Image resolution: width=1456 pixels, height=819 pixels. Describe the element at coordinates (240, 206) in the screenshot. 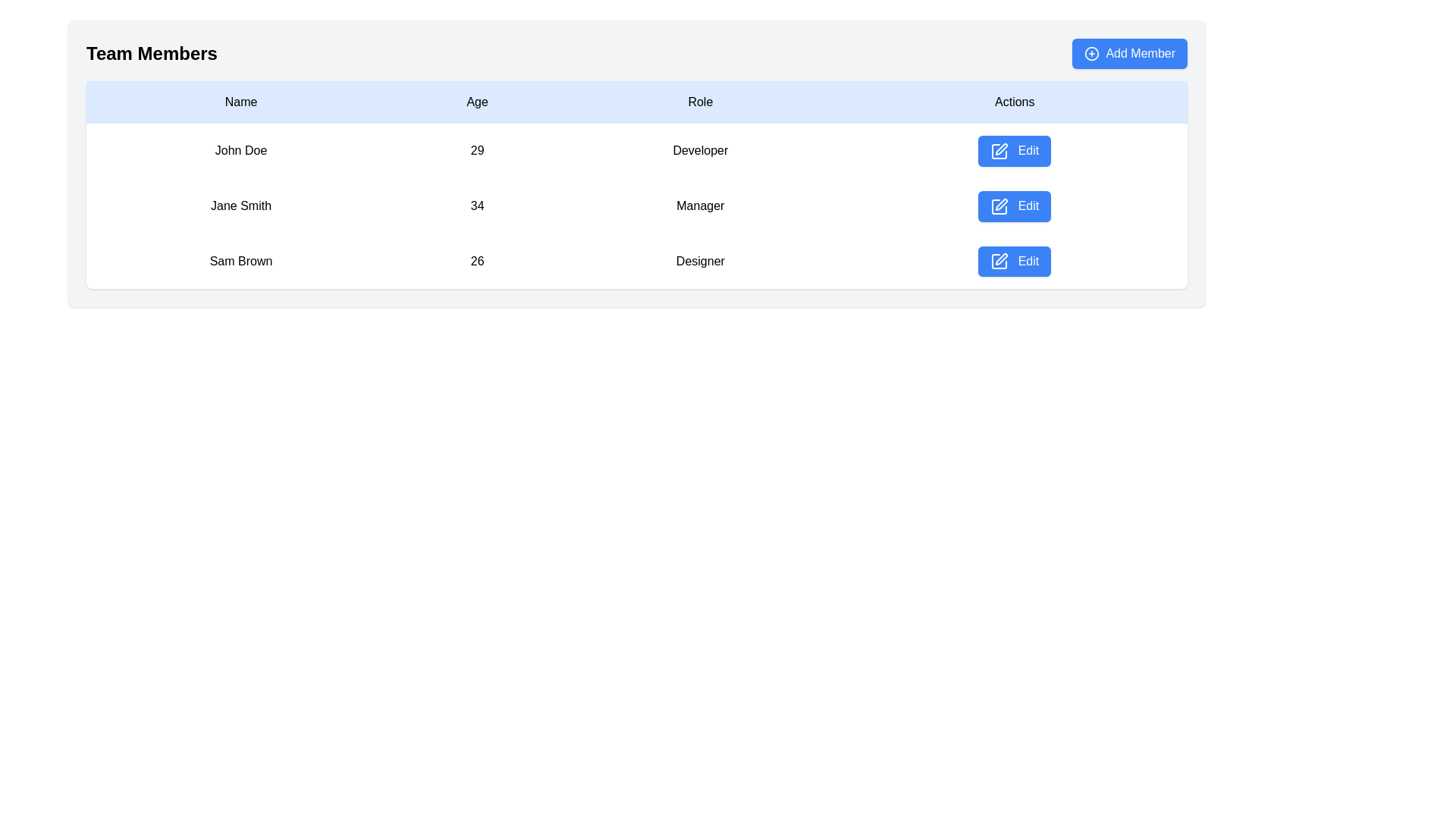

I see `the static text label displaying the name 'Jane Smith' located in the second row of the table under the 'Name' column` at that location.